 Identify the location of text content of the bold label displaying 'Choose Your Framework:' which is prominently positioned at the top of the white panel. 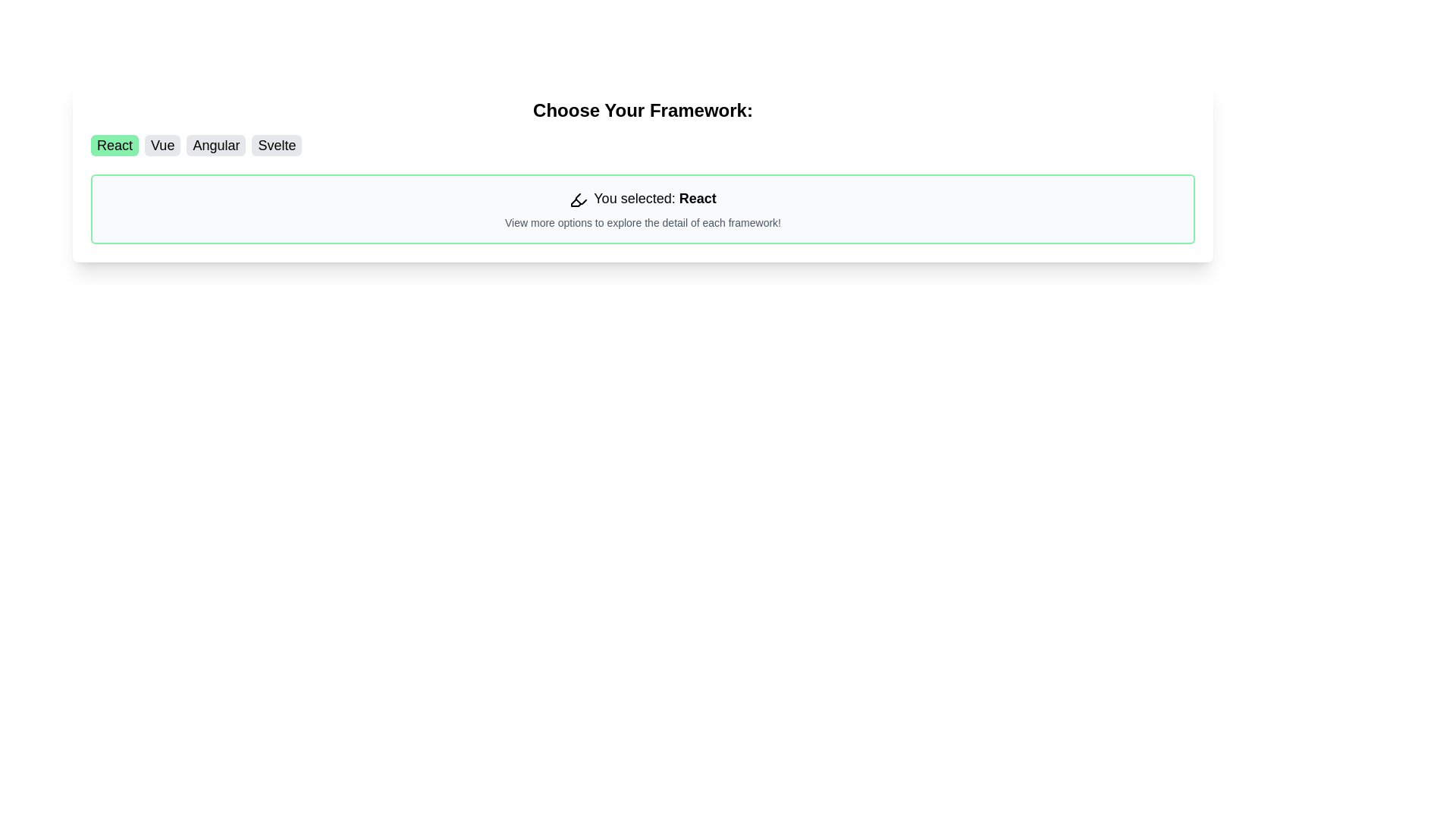
(643, 110).